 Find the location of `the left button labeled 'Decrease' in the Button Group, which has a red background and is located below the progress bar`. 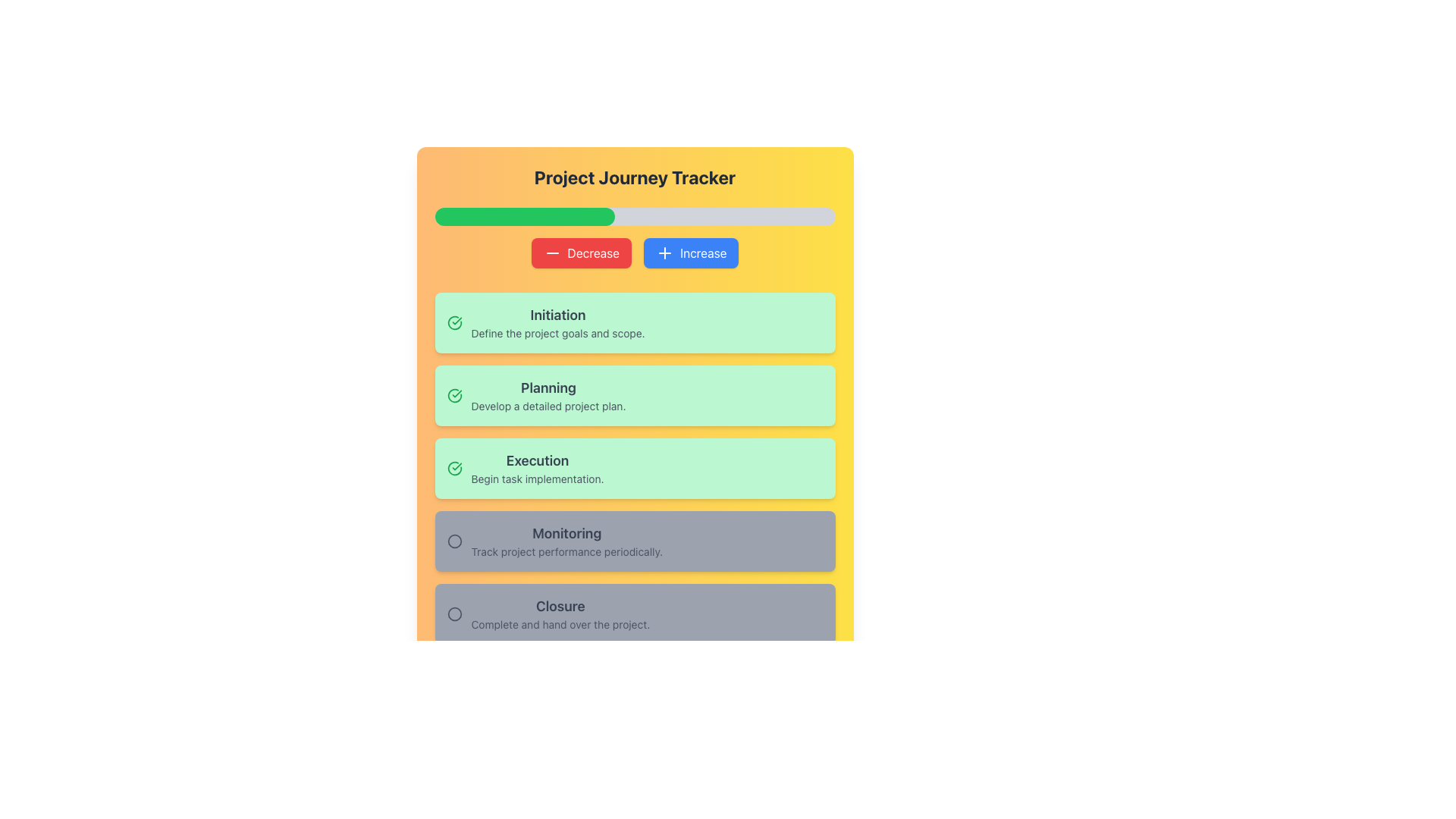

the left button labeled 'Decrease' in the Button Group, which has a red background and is located below the progress bar is located at coordinates (635, 253).